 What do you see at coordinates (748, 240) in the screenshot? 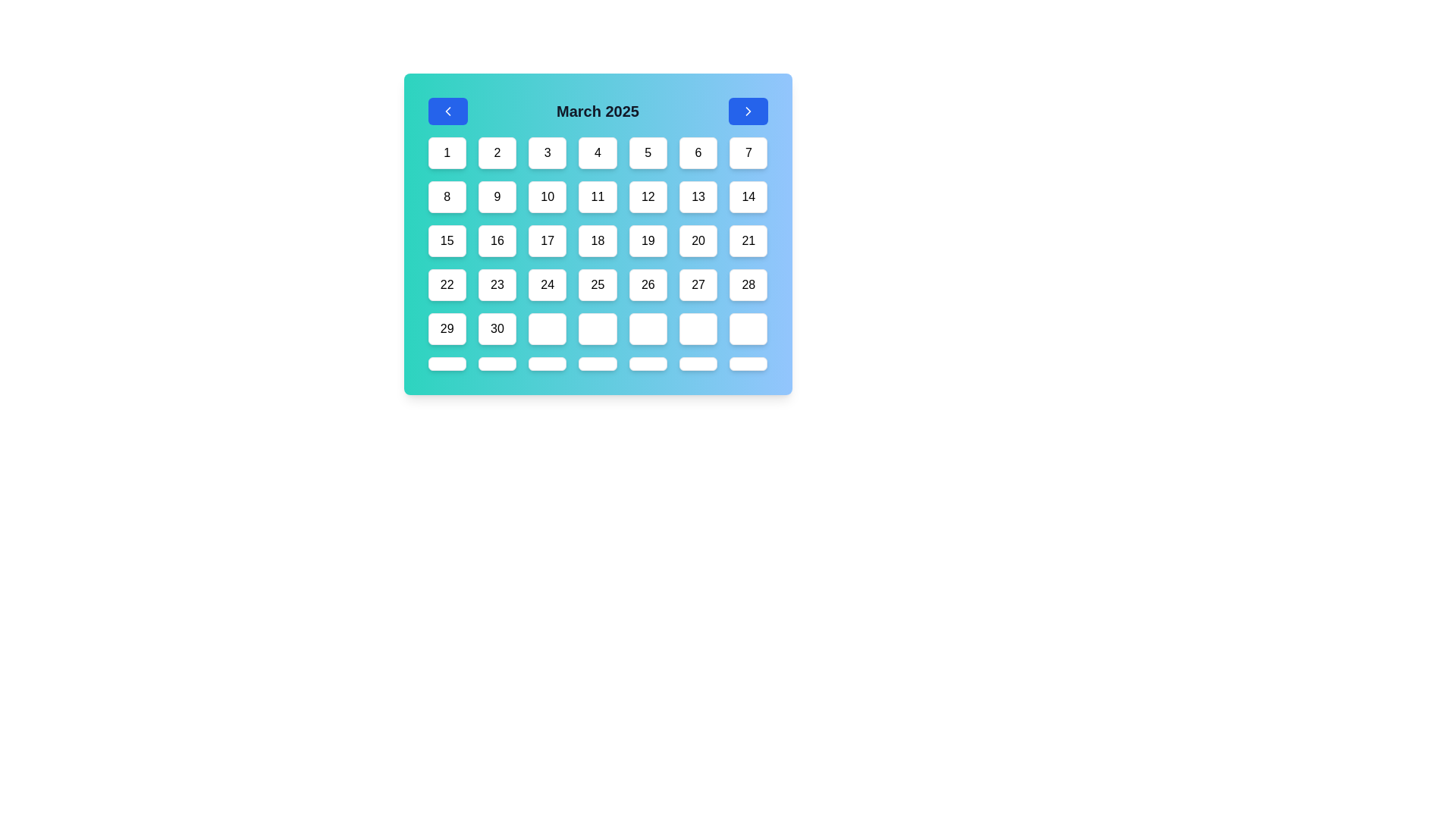
I see `the button representing the 21st of the month in the calendar to choose the date` at bounding box center [748, 240].